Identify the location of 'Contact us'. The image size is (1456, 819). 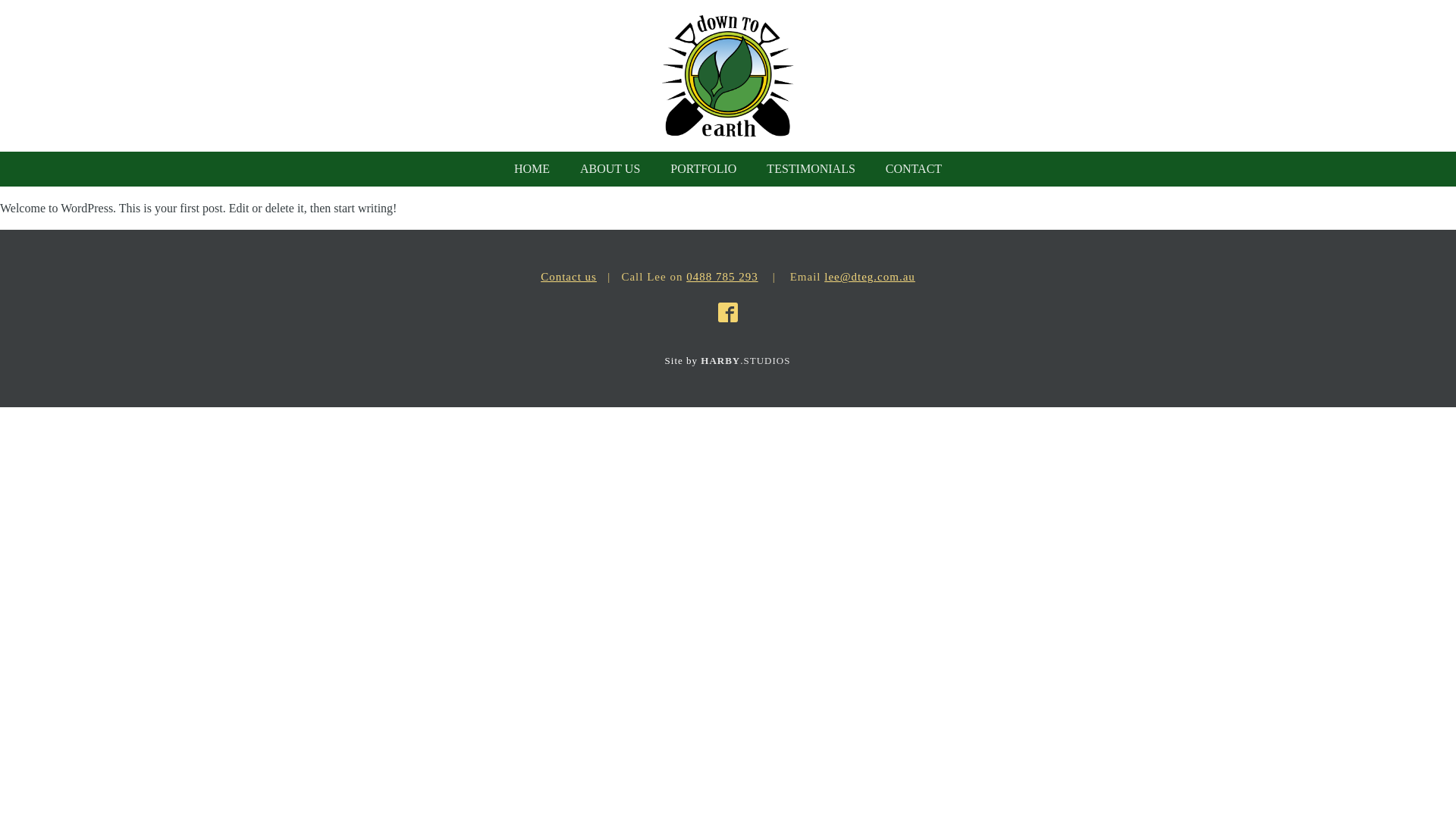
(541, 277).